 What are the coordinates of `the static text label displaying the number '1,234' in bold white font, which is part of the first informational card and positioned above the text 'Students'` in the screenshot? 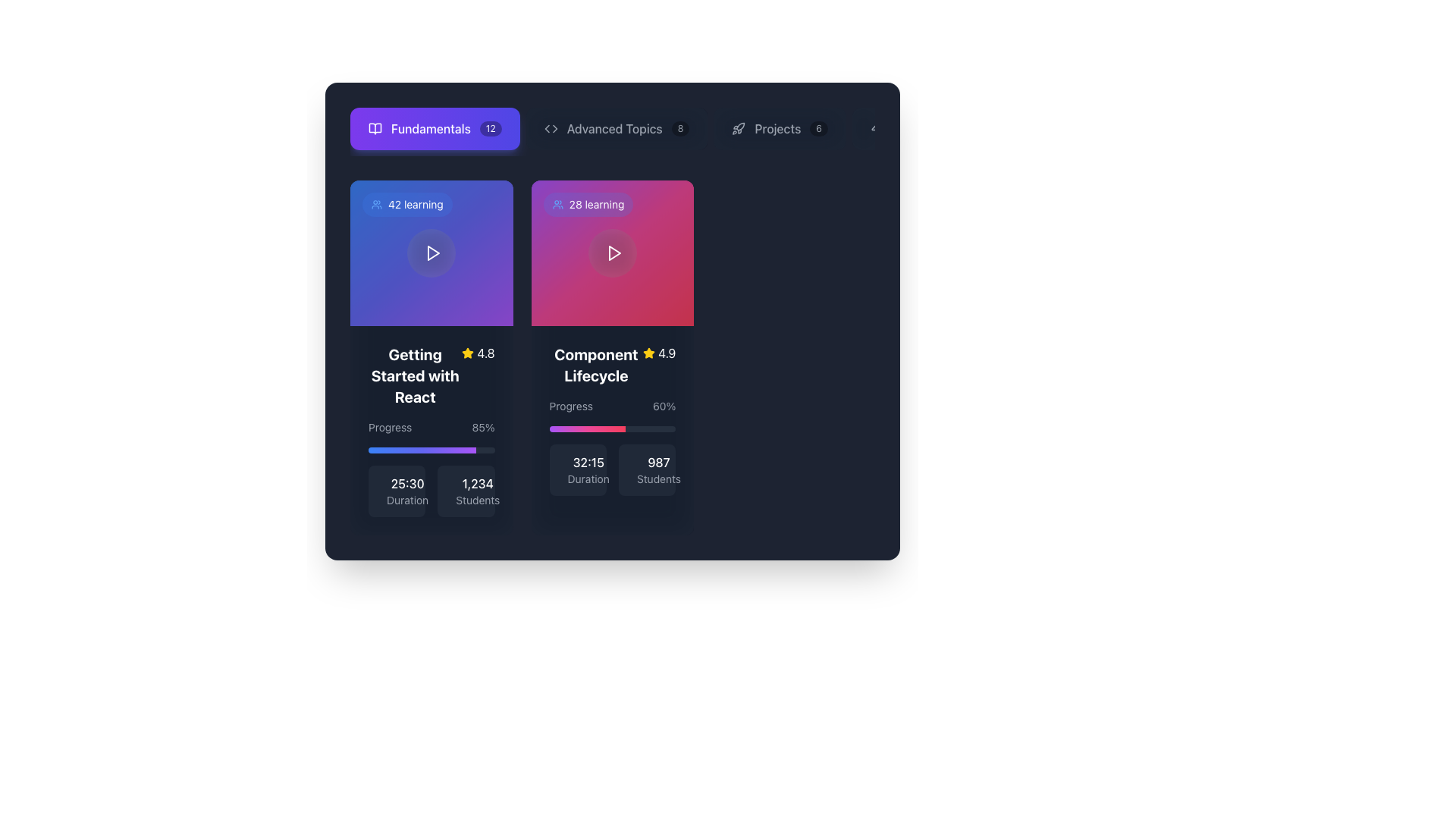 It's located at (477, 483).